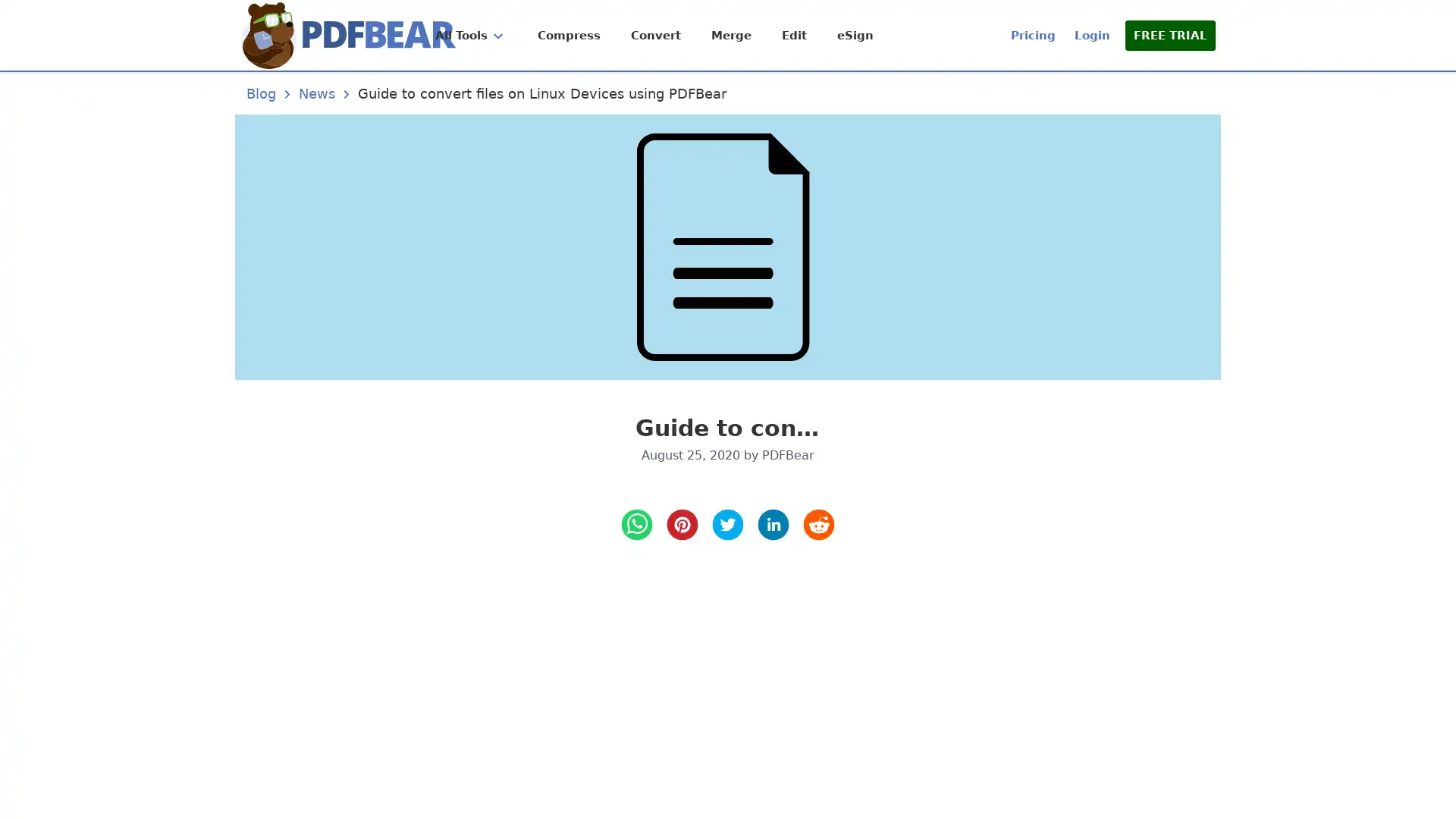  What do you see at coordinates (567, 34) in the screenshot?
I see `Compress` at bounding box center [567, 34].